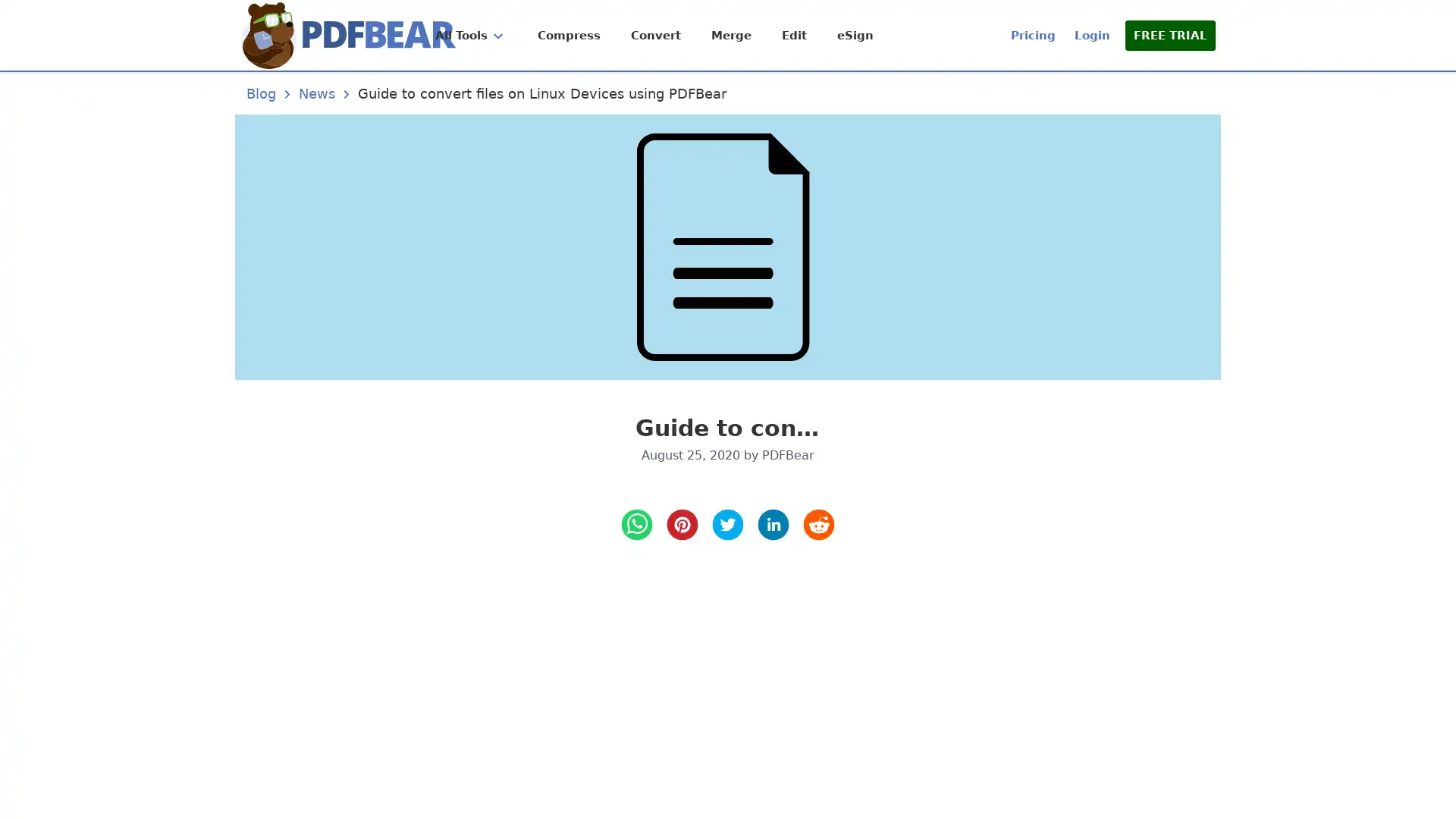  What do you see at coordinates (567, 34) in the screenshot?
I see `Compress` at bounding box center [567, 34].